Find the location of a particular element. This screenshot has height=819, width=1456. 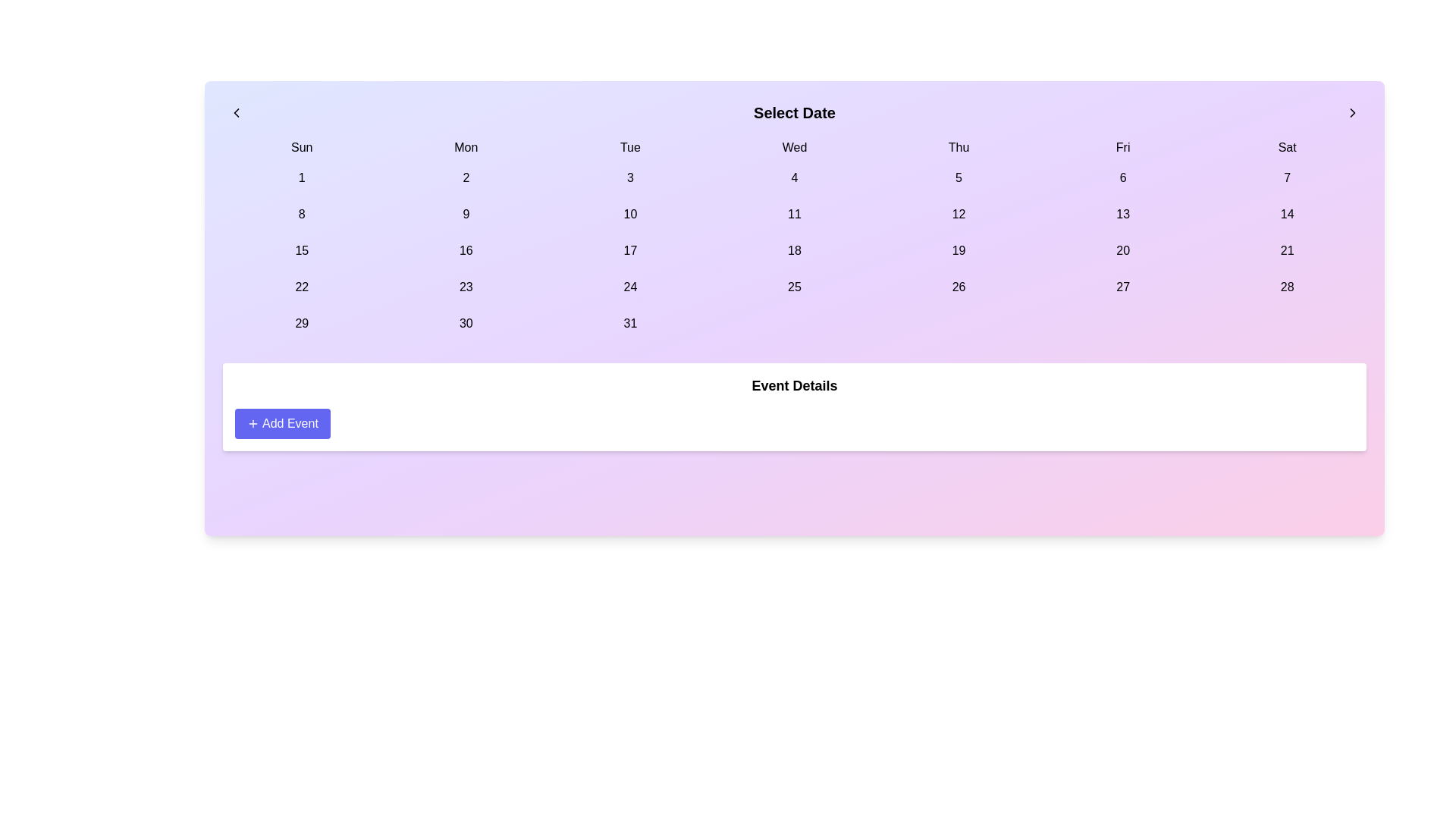

the centrally positioned text element that serves as a title or label, indicating the action or context of selecting a date is located at coordinates (793, 112).